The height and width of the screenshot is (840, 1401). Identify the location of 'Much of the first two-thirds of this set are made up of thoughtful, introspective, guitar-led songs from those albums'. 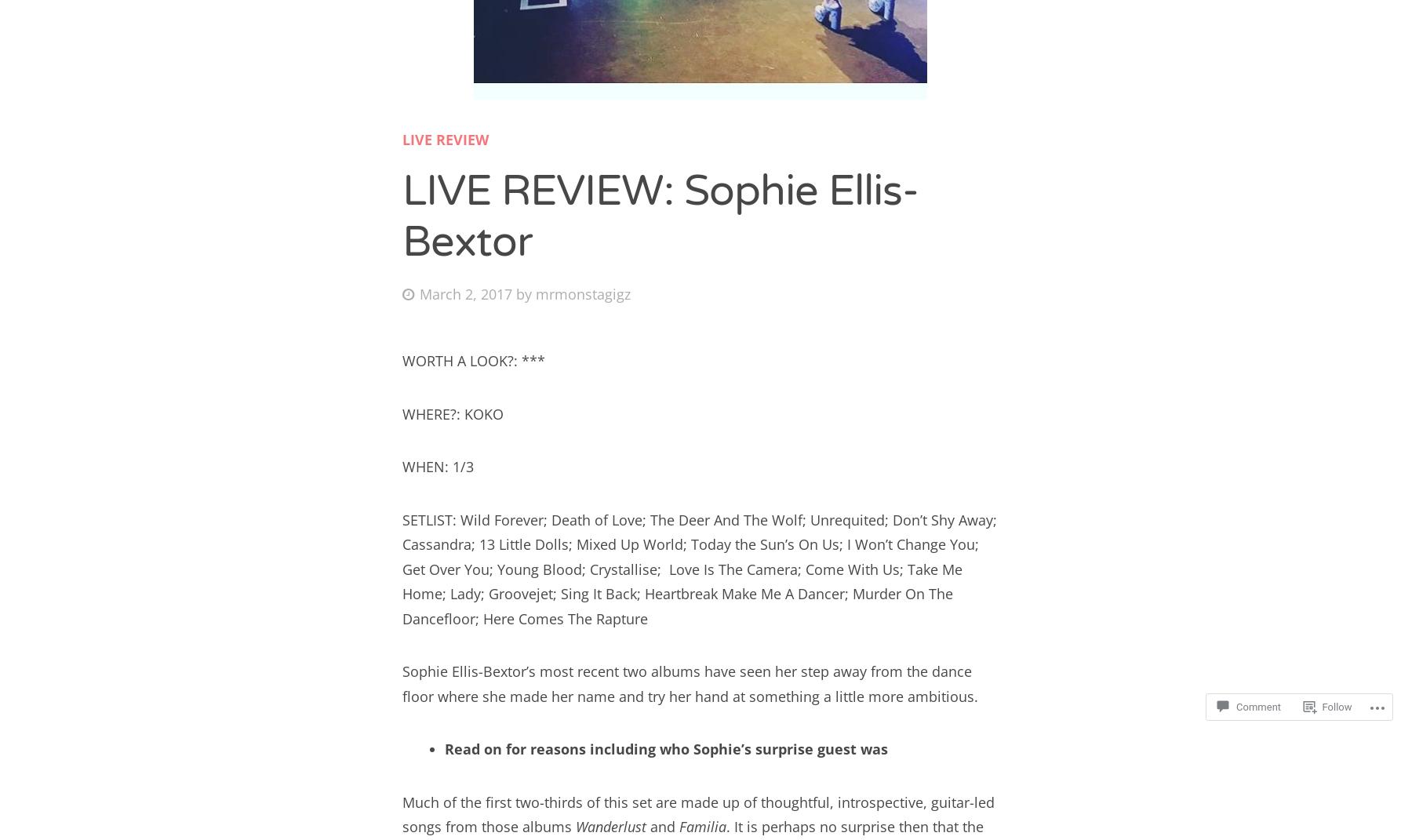
(401, 814).